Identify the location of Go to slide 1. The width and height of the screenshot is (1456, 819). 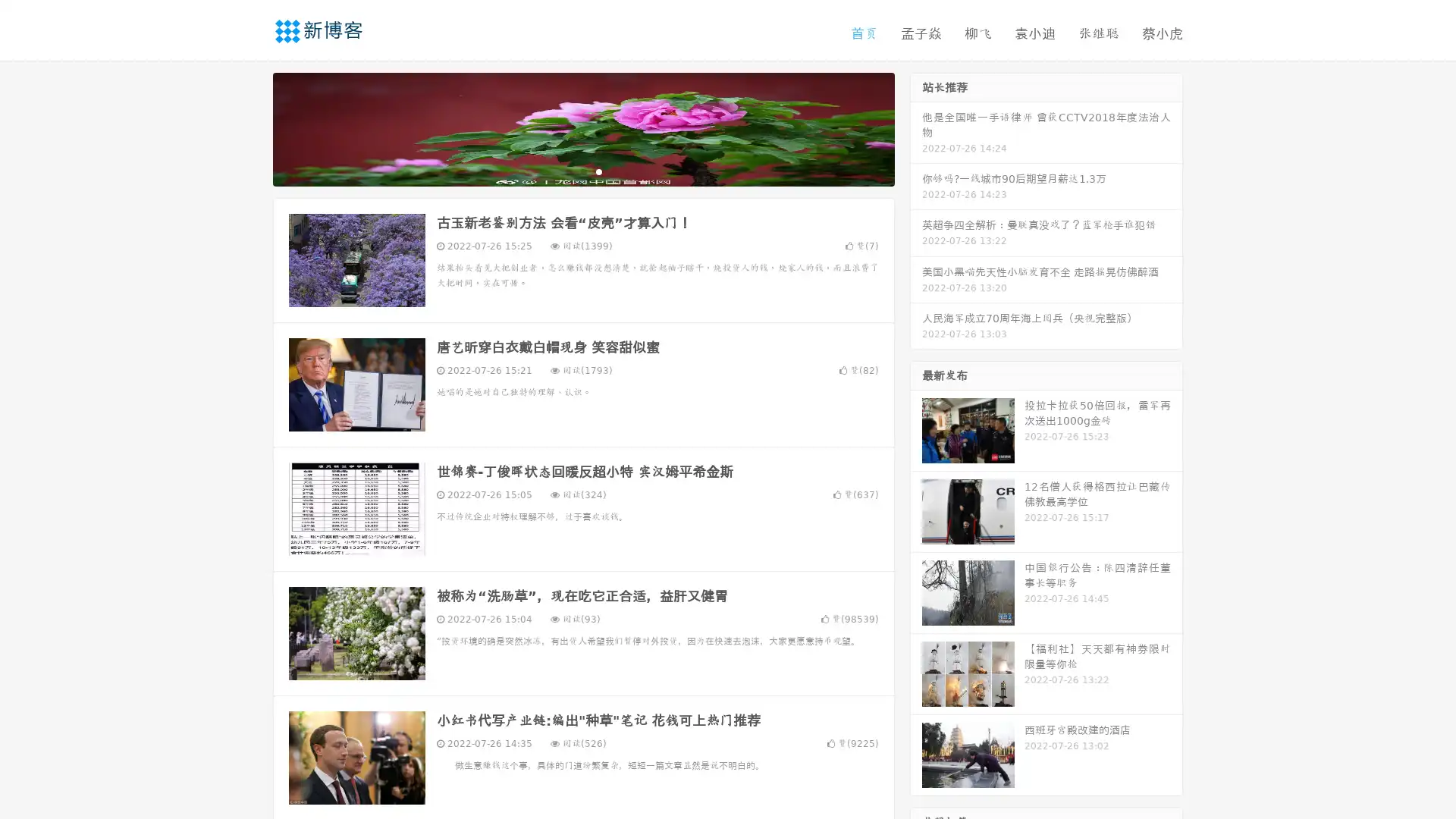
(567, 171).